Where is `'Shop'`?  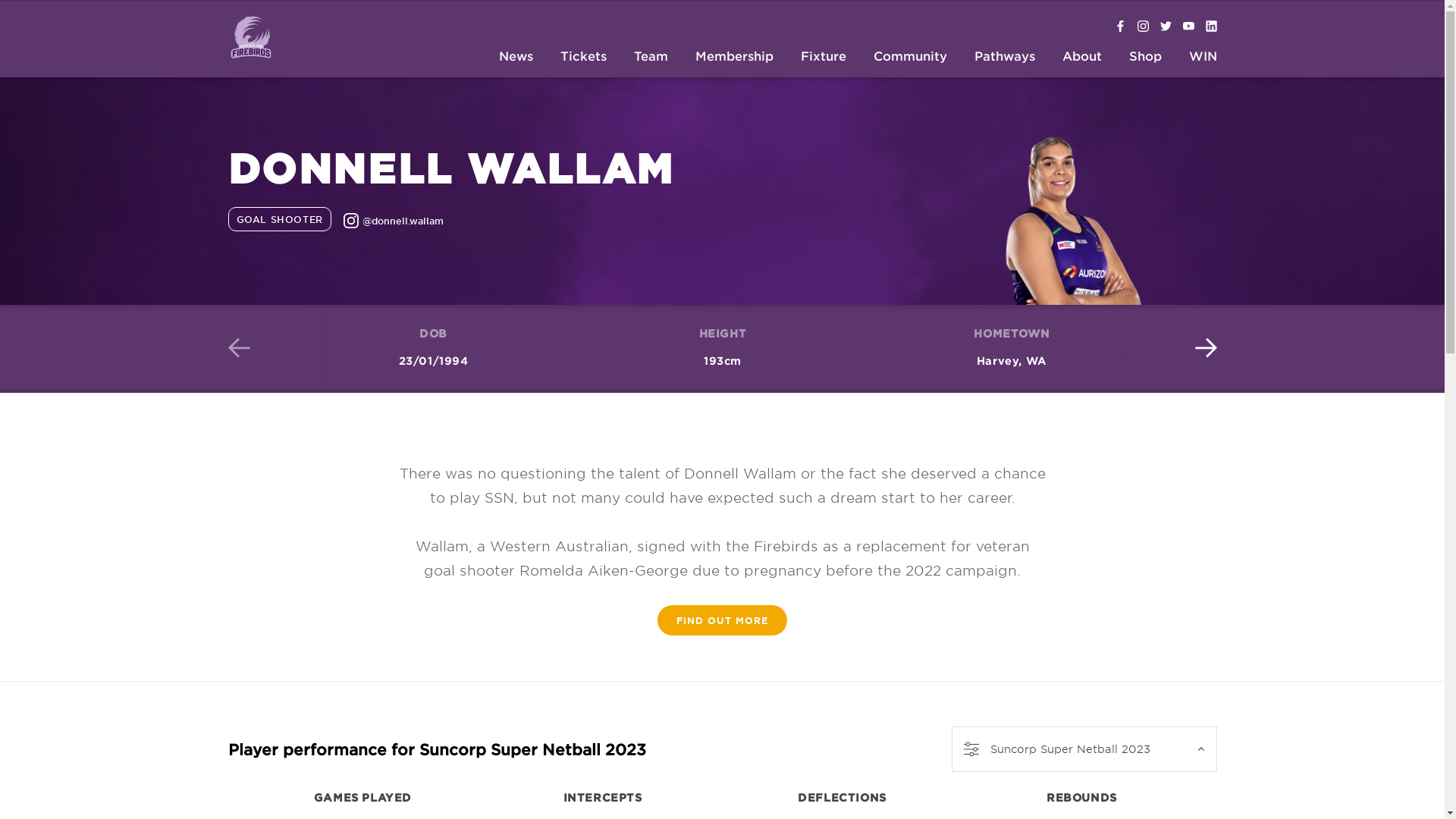 'Shop' is located at coordinates (1145, 57).